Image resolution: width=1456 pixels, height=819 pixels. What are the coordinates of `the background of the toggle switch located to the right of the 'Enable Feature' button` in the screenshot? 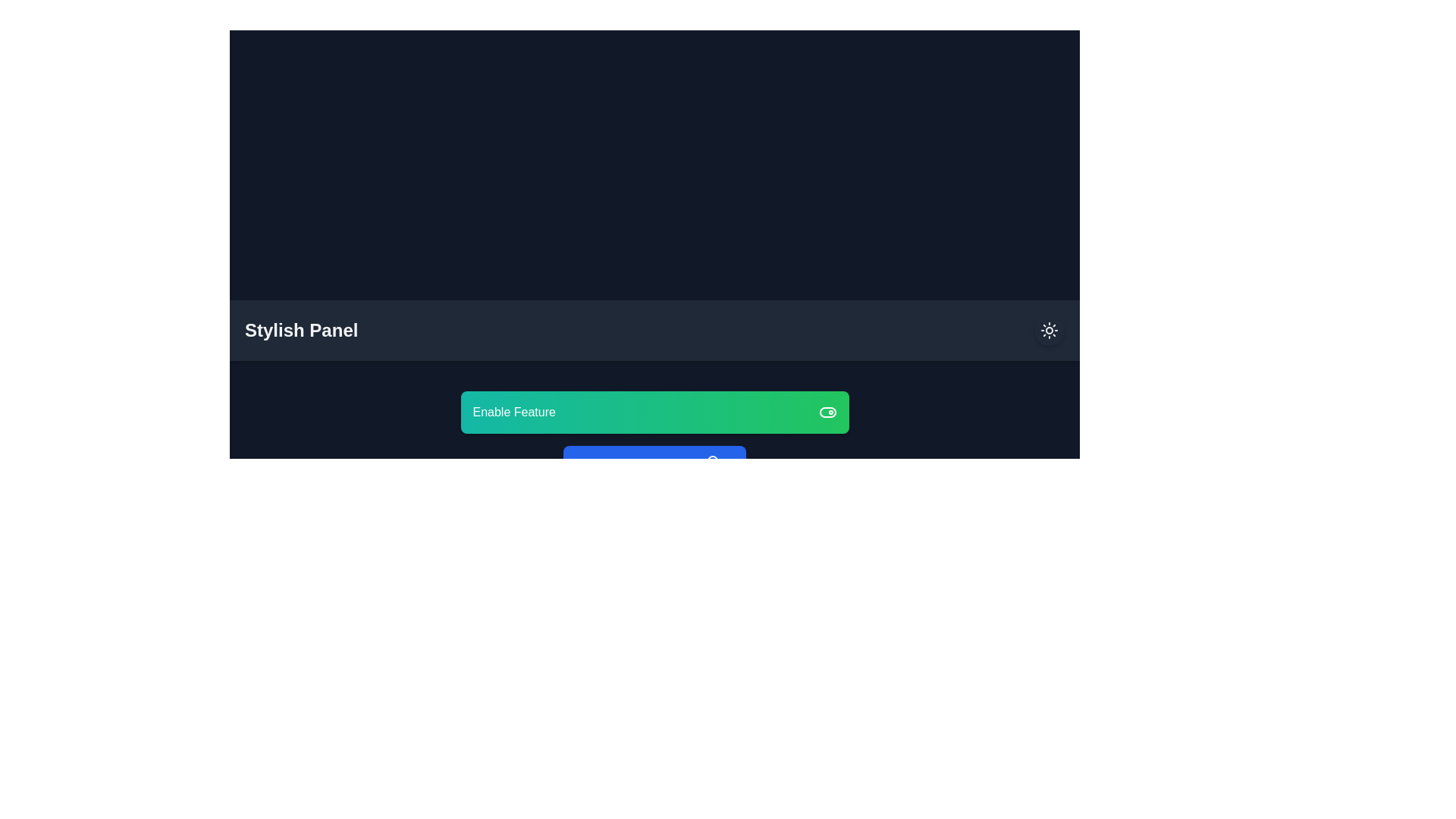 It's located at (827, 412).